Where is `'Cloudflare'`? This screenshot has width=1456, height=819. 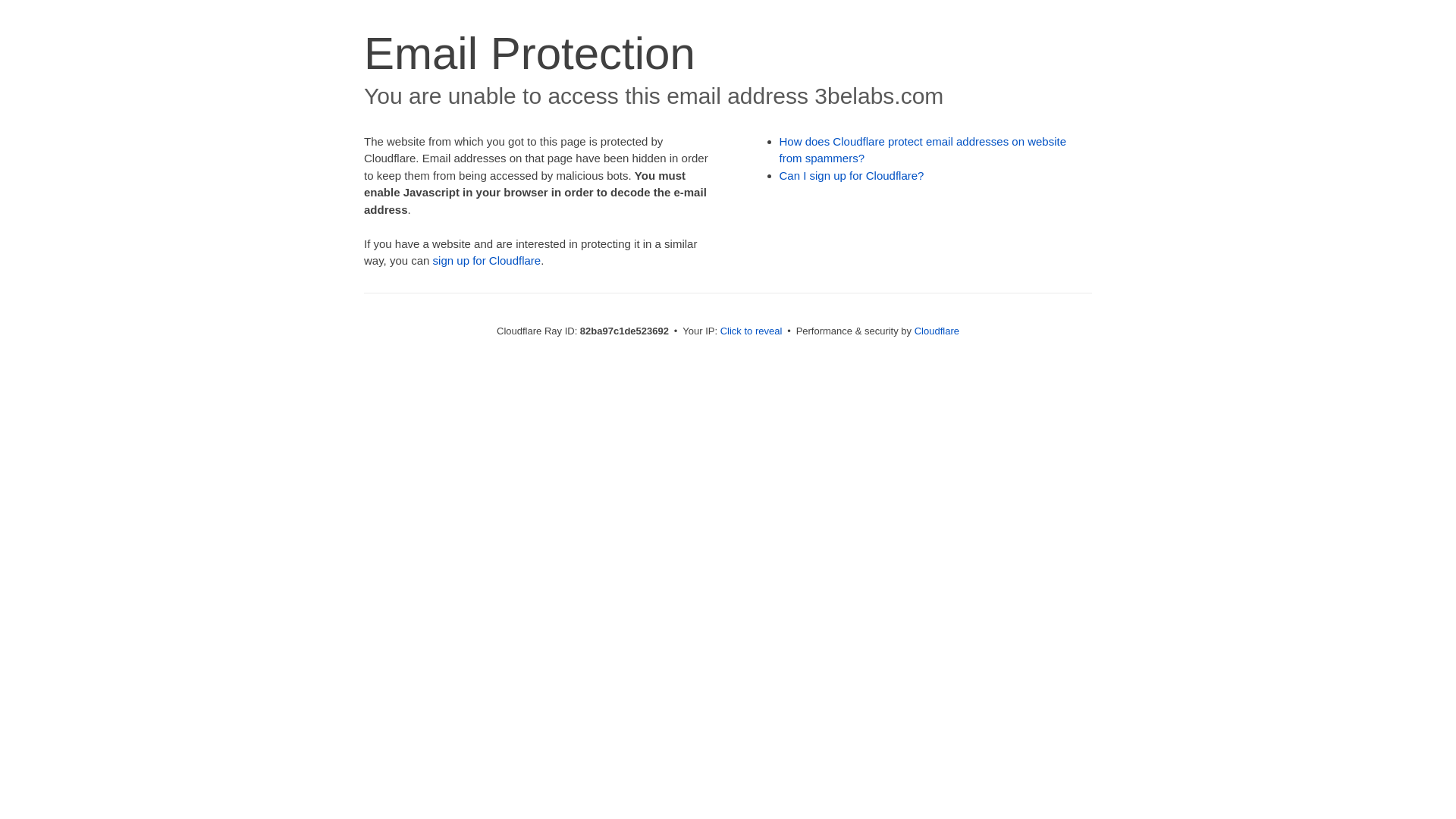 'Cloudflare' is located at coordinates (913, 330).